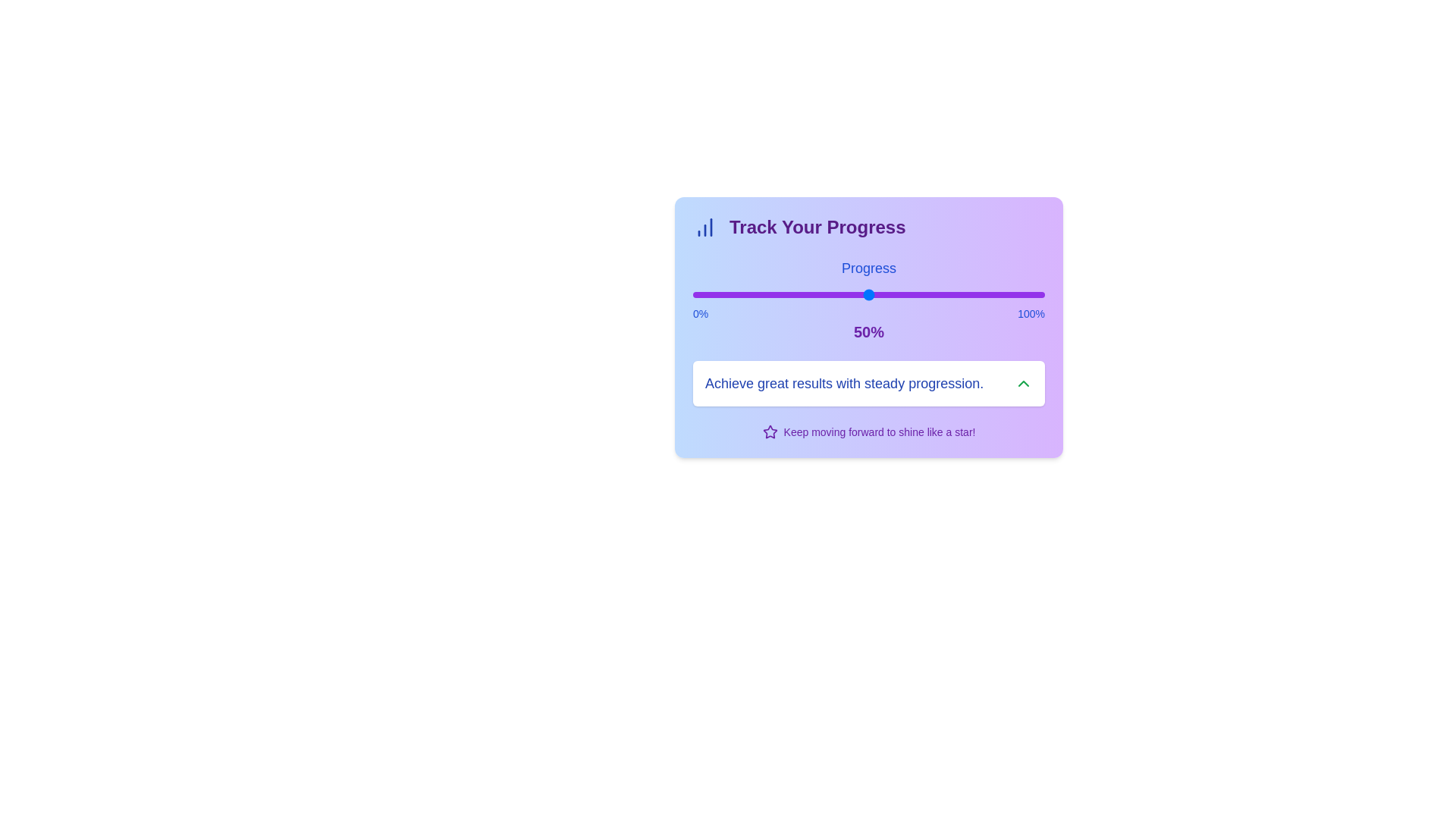 This screenshot has height=819, width=1456. I want to click on the star icon located to the left of the text 'Keep moving forward to shine like a star!' in the lower part of the card interface, so click(770, 432).